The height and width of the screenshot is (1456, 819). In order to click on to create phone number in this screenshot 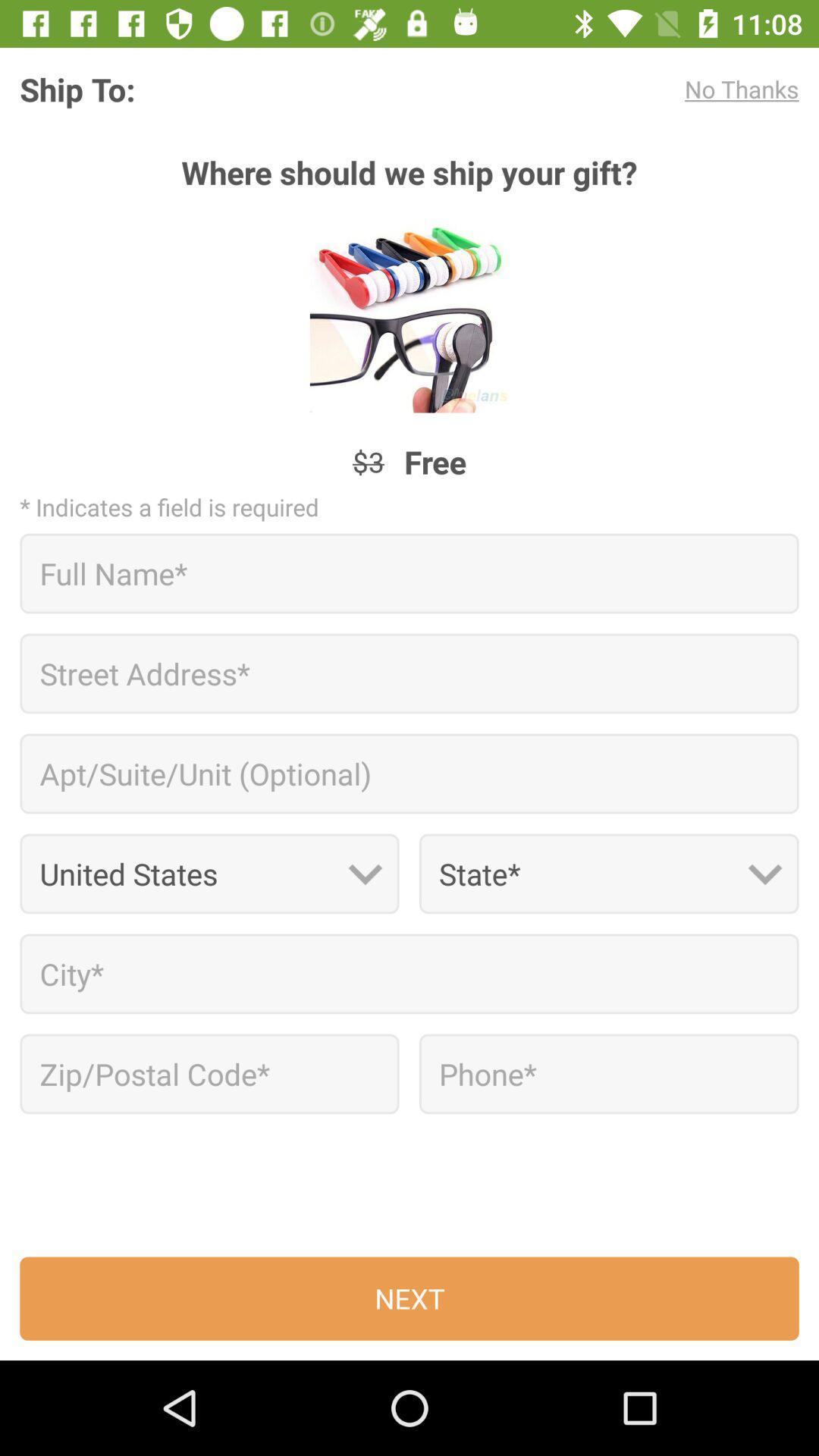, I will do `click(608, 1073)`.